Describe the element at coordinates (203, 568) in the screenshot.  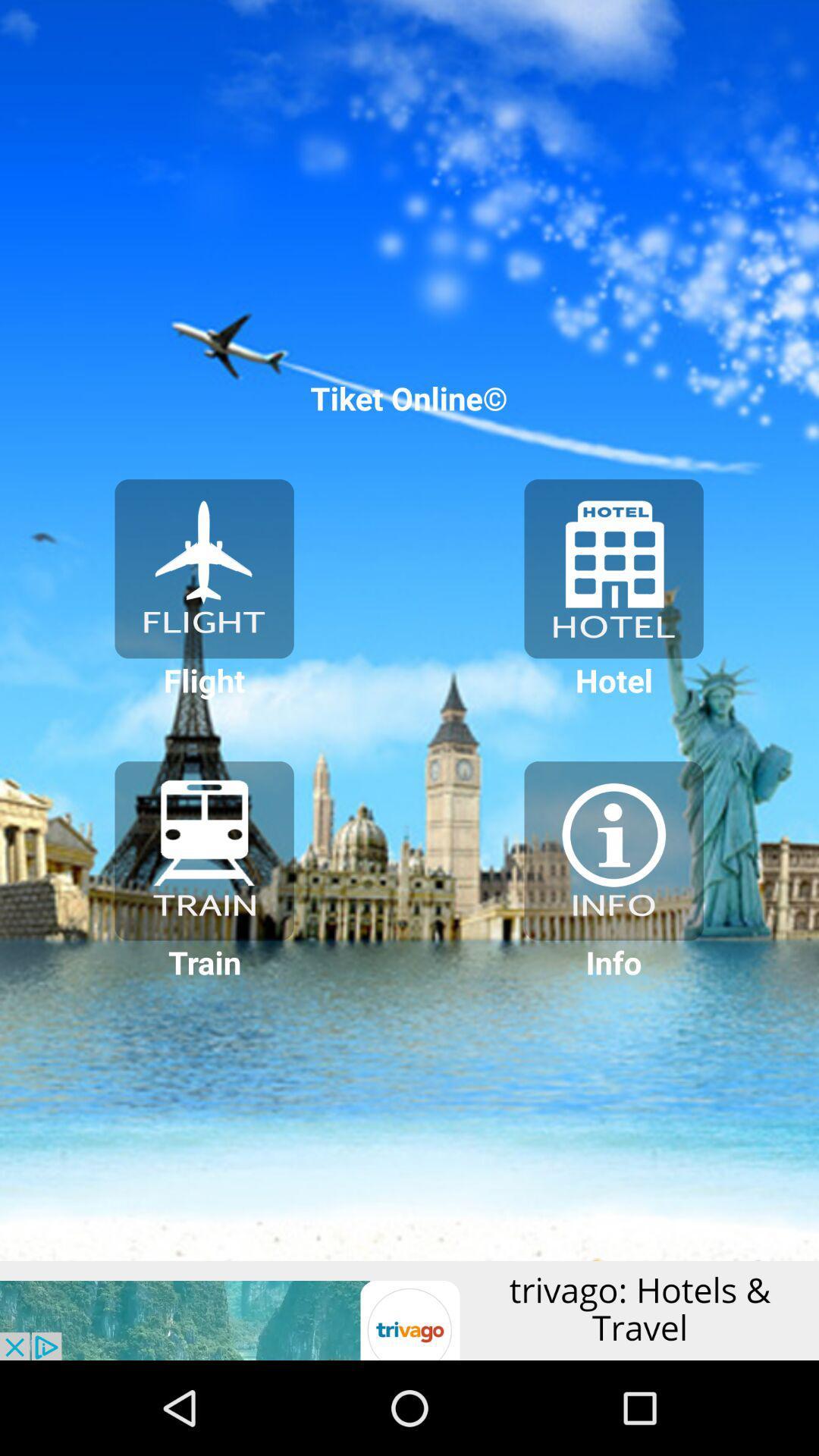
I see `logon` at that location.